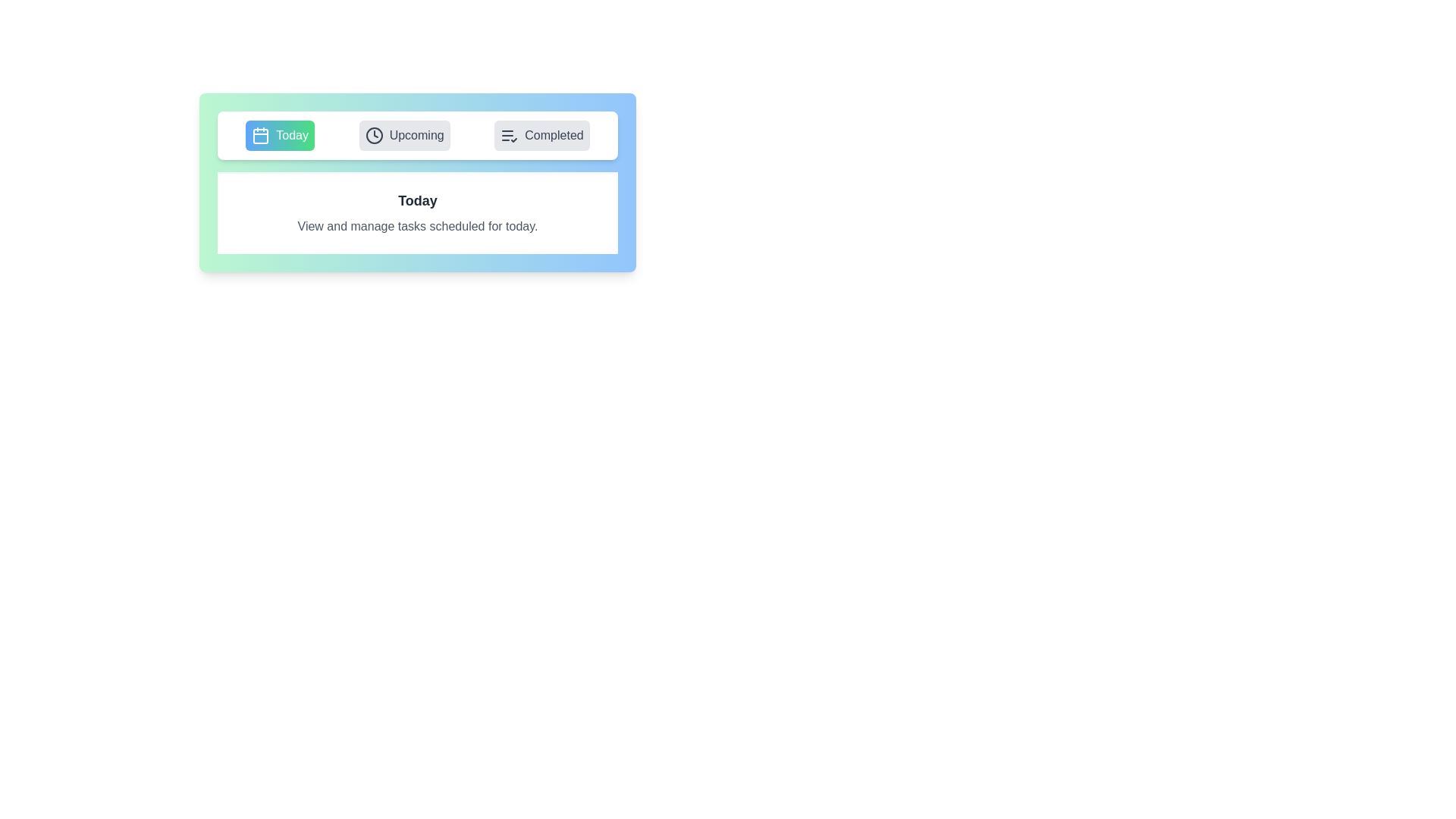 The width and height of the screenshot is (1456, 819). Describe the element at coordinates (404, 134) in the screenshot. I see `the Upcoming tab` at that location.